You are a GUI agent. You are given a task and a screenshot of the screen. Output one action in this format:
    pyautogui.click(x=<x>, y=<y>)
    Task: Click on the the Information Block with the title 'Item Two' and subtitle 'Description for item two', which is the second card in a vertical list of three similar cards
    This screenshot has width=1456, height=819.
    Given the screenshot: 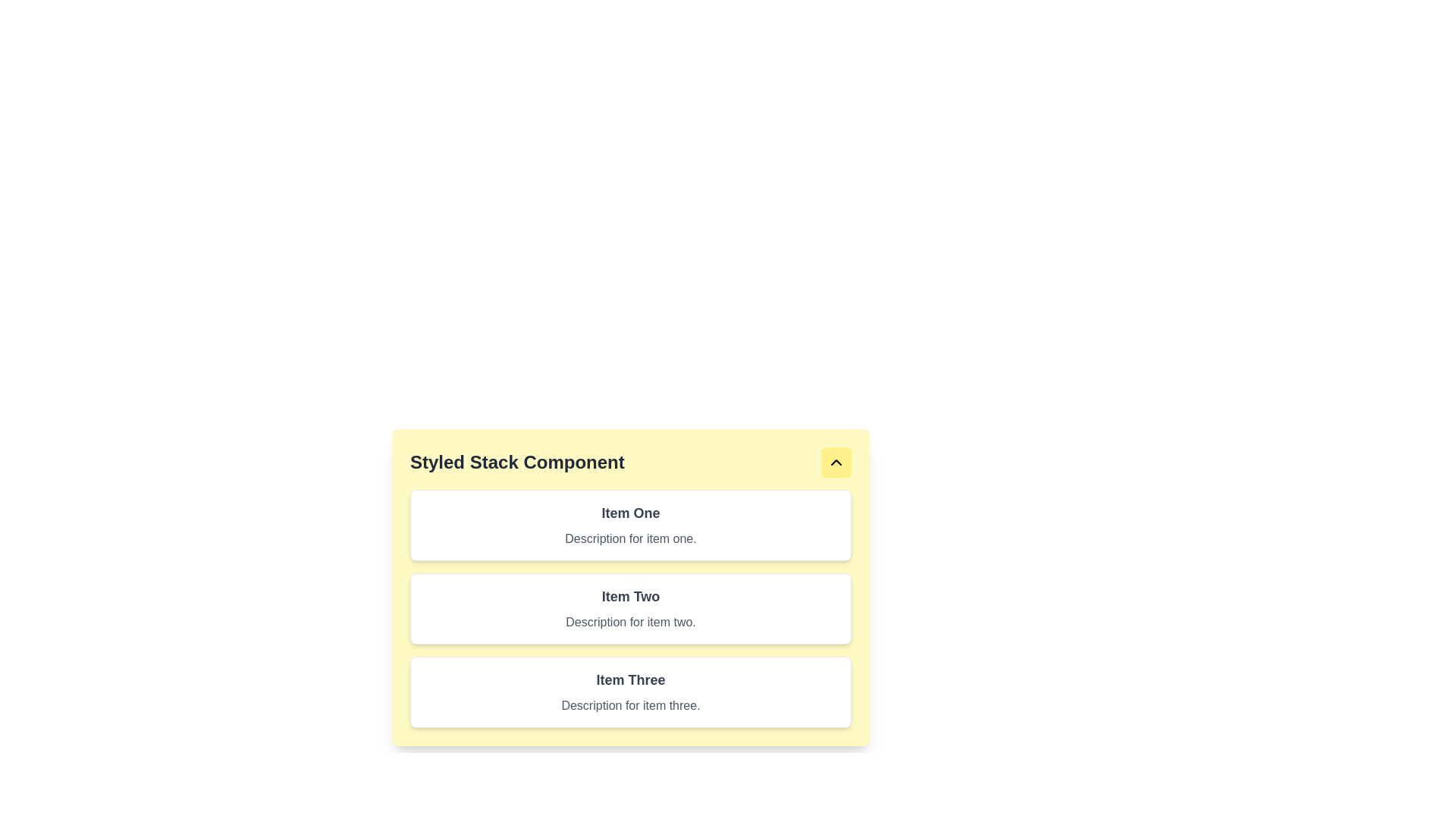 What is the action you would take?
    pyautogui.click(x=630, y=607)
    